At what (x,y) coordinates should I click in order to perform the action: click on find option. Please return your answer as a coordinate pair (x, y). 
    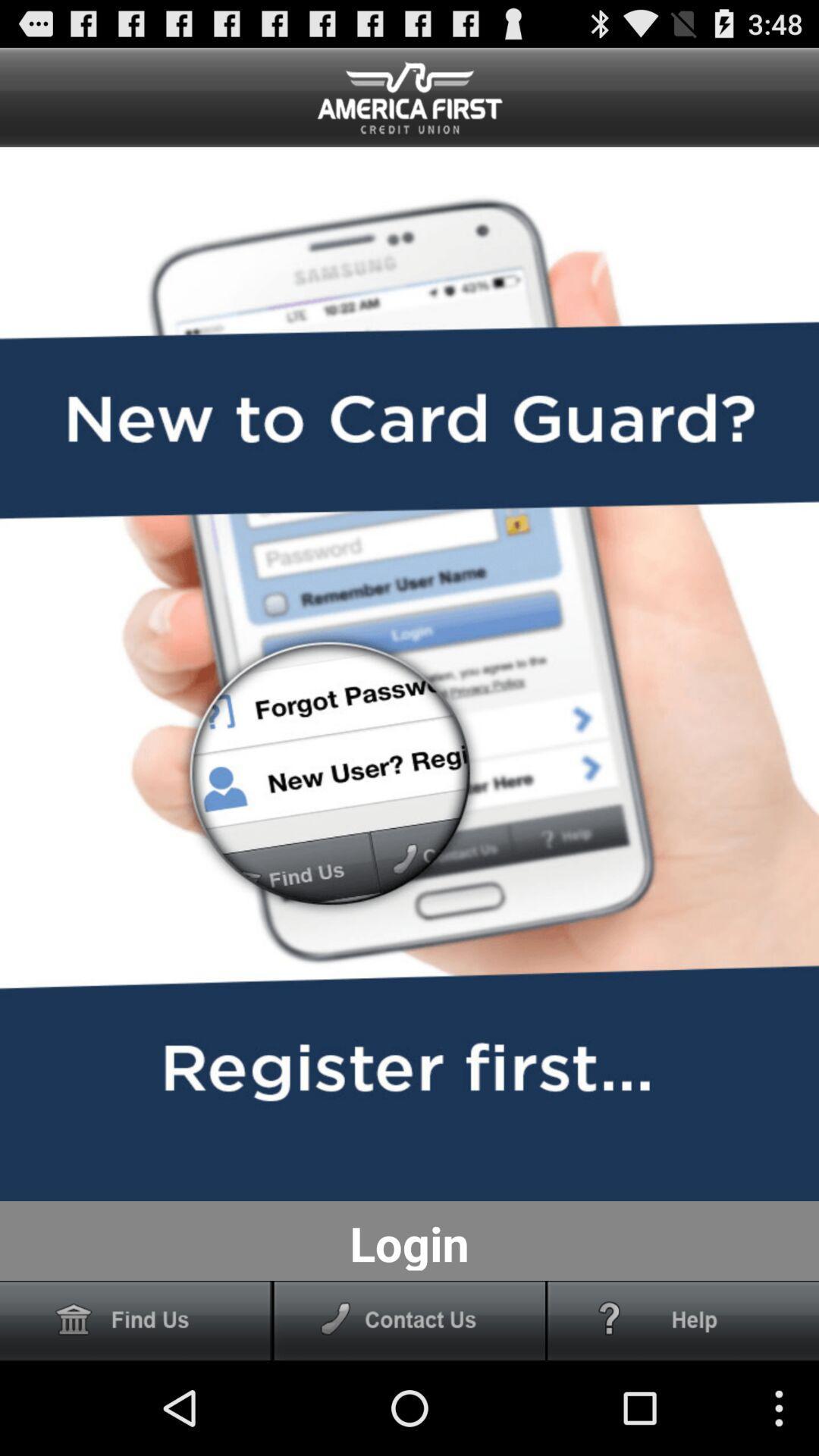
    Looking at the image, I should click on (135, 1319).